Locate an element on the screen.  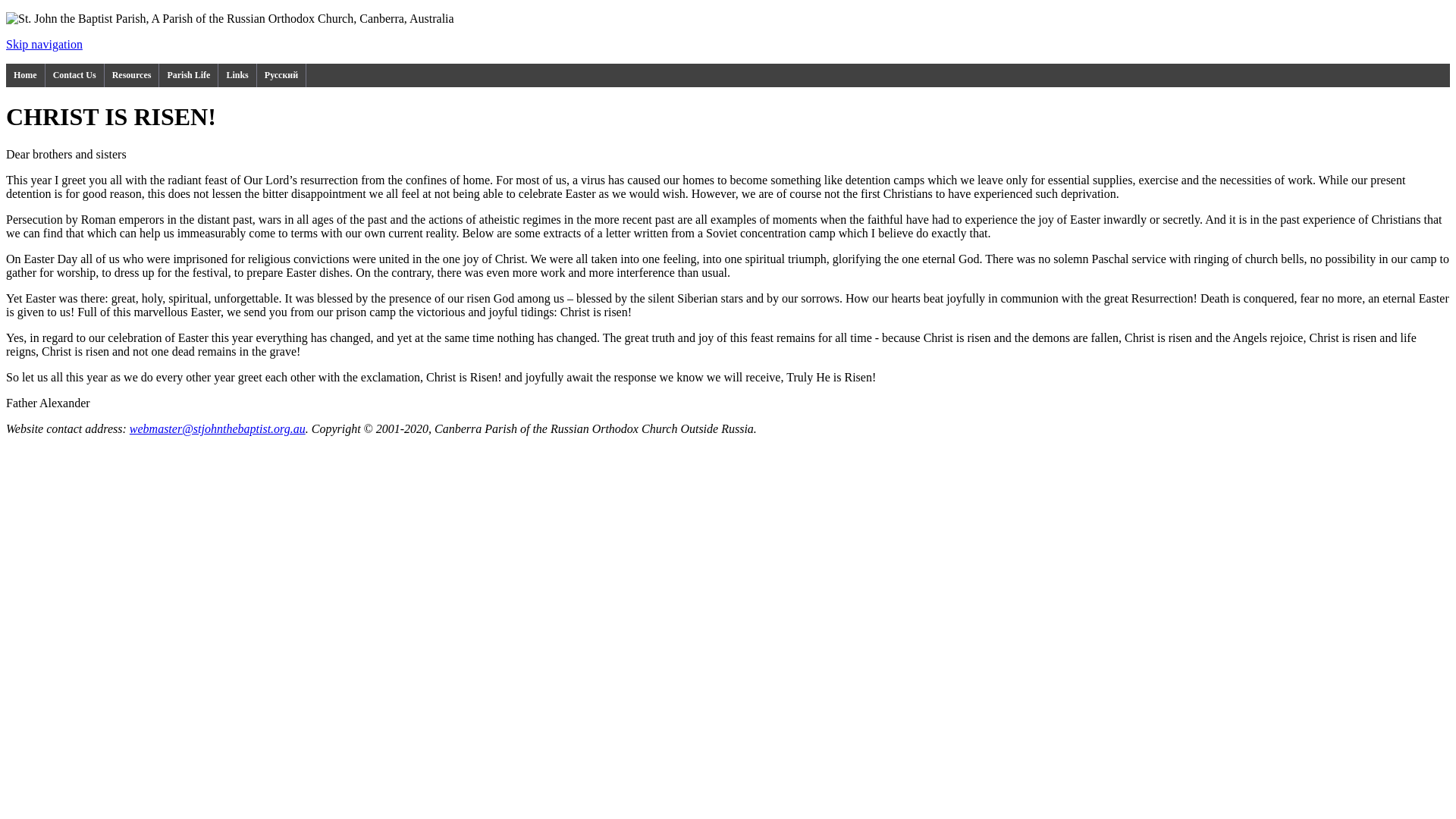
'Links' is located at coordinates (236, 75).